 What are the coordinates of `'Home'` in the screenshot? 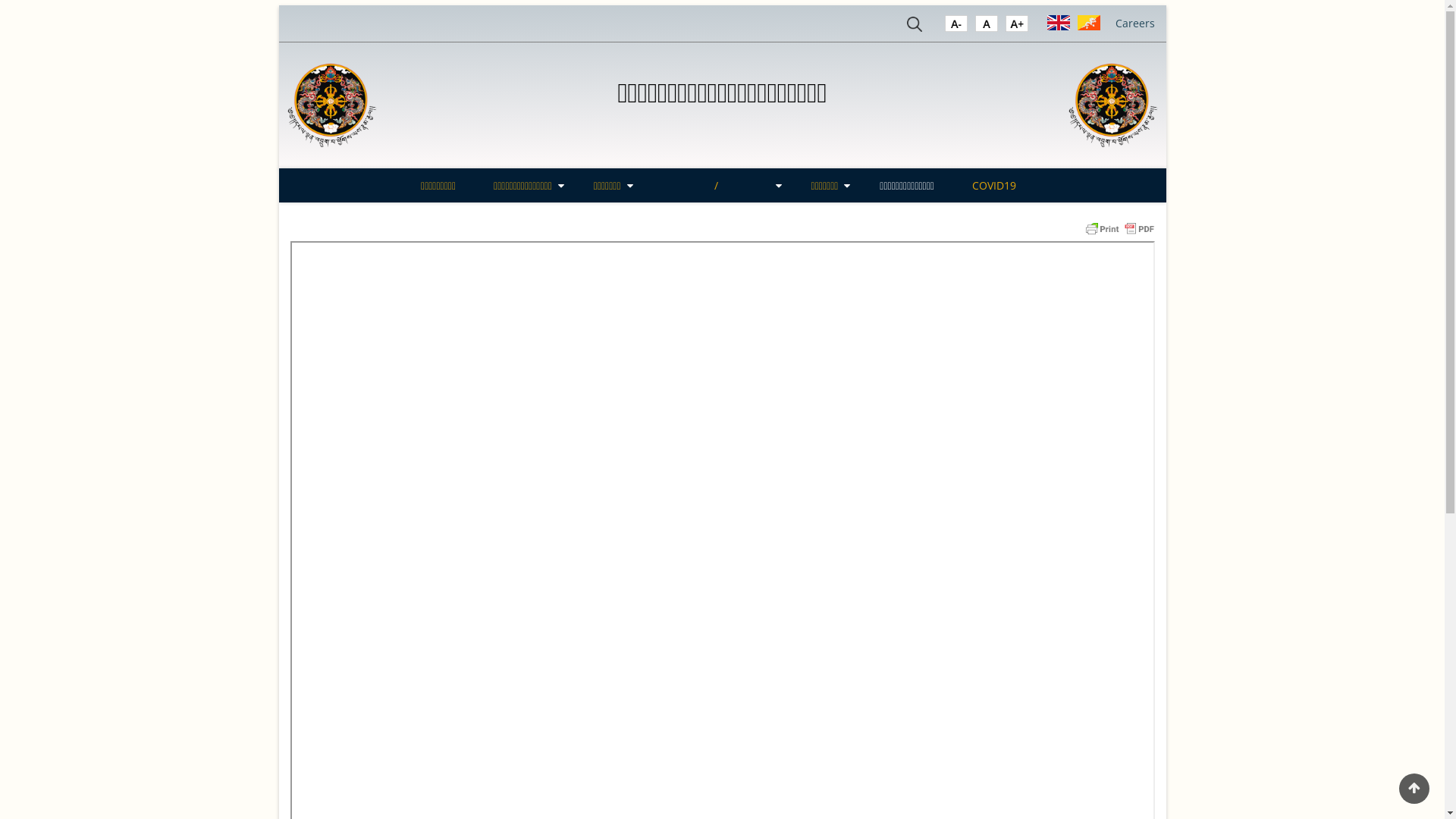 It's located at (331, 104).